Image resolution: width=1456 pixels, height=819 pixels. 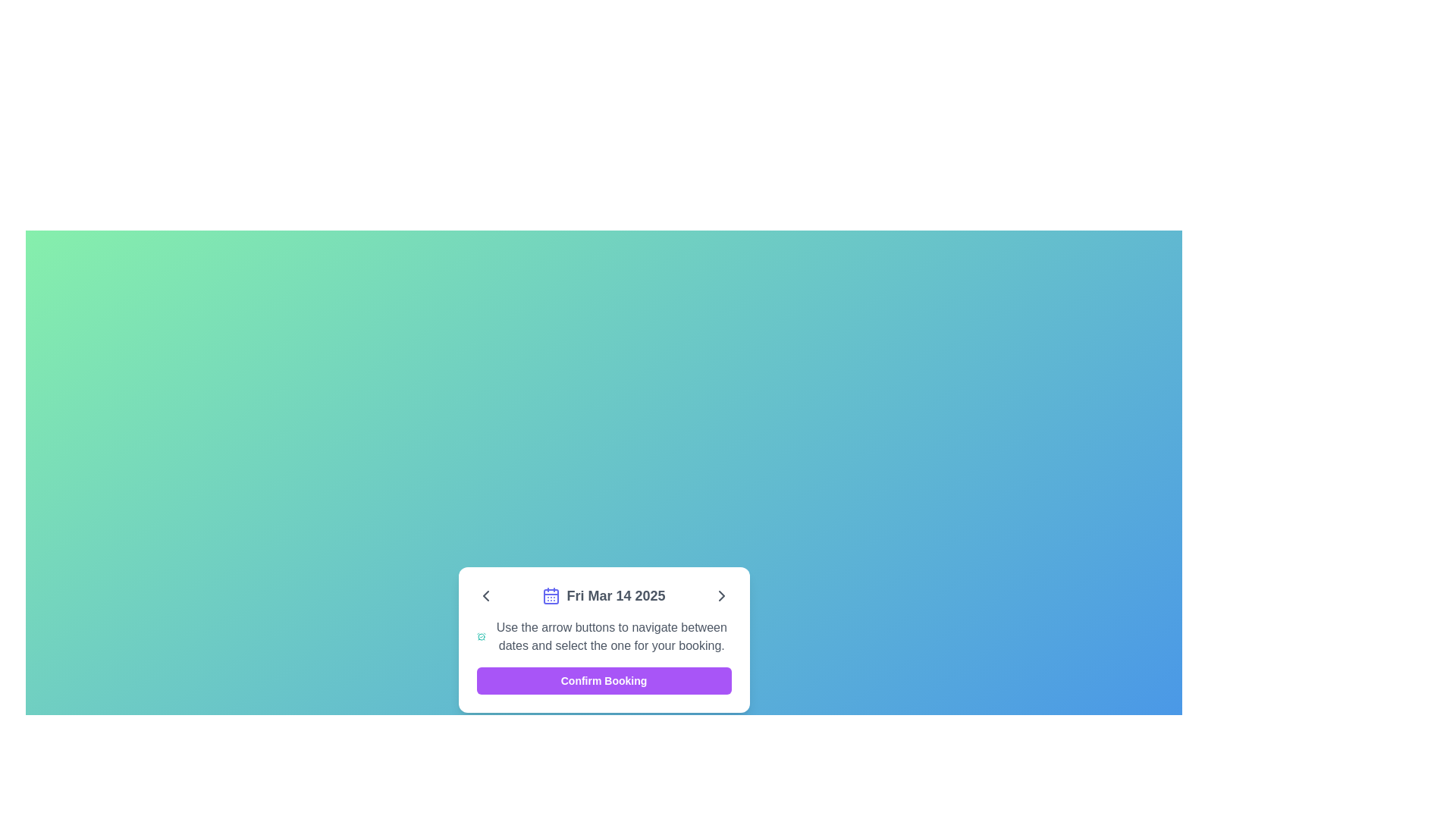 I want to click on the text indicating the selected date from the calendar navigation located at the bottom center of the dialog box, positioned to the right of the calendar icon and flanked by two arrow buttons, so click(x=616, y=595).